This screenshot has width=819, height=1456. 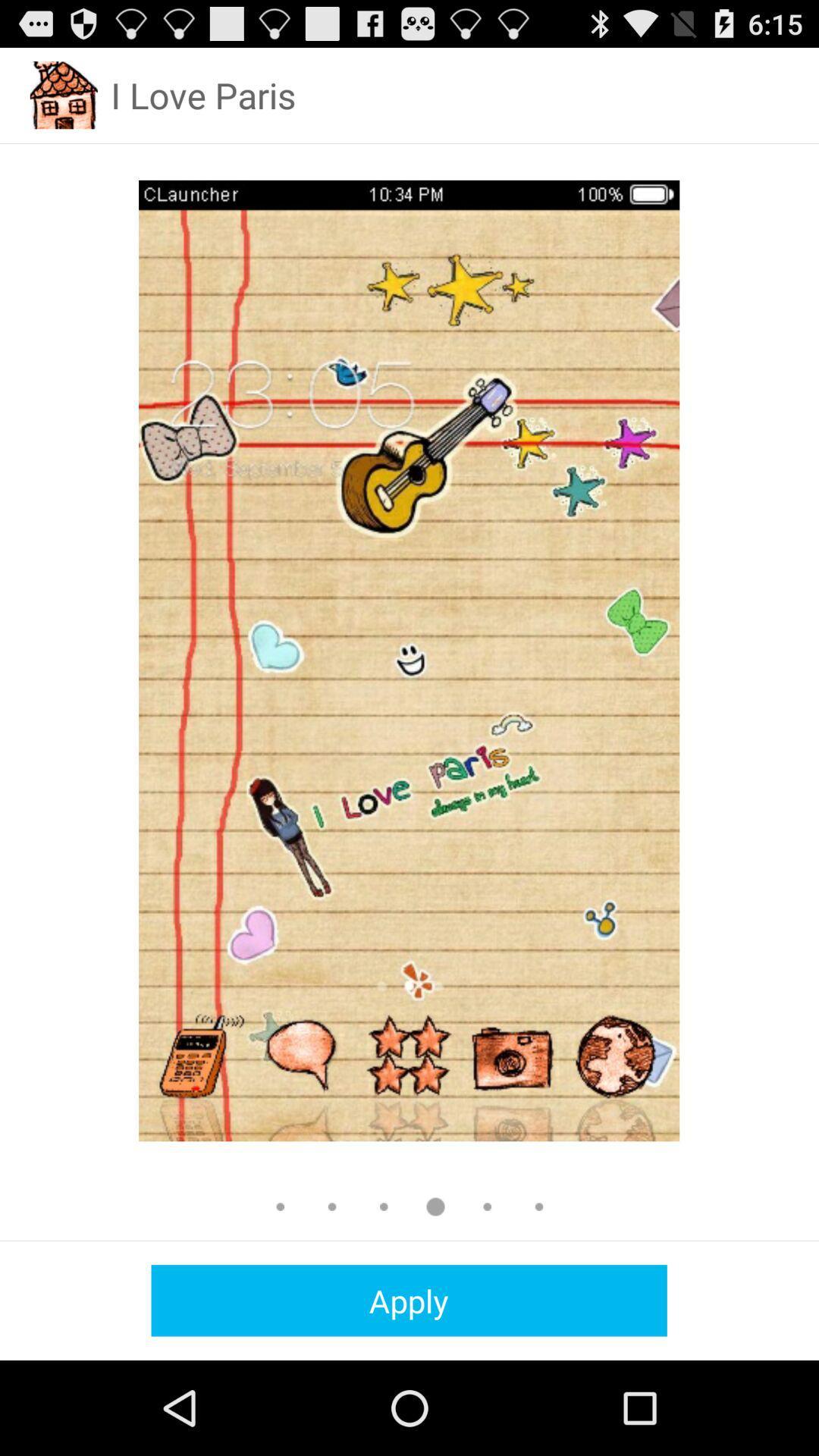 What do you see at coordinates (408, 1300) in the screenshot?
I see `the apply button` at bounding box center [408, 1300].